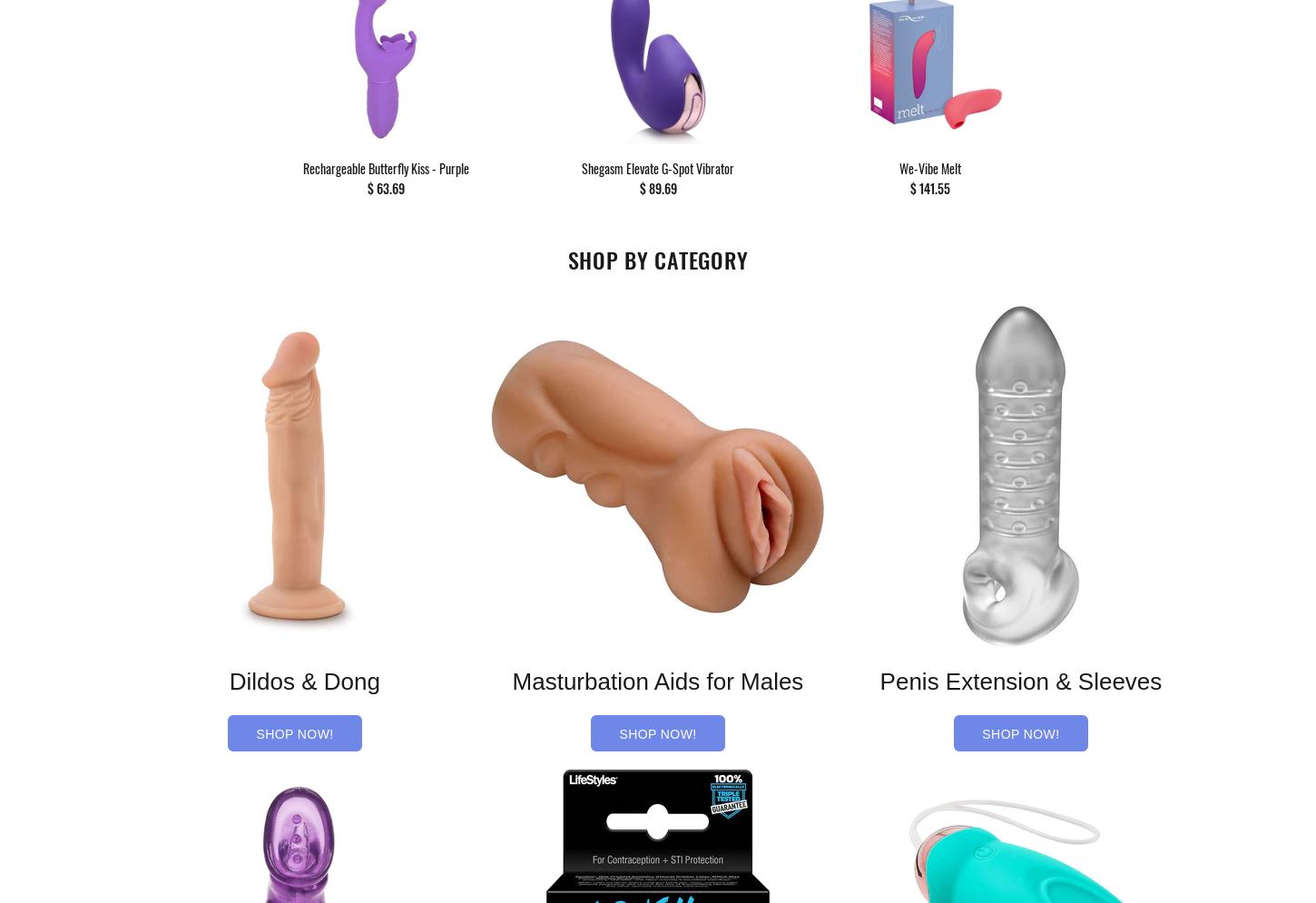 This screenshot has height=903, width=1316. Describe the element at coordinates (656, 681) in the screenshot. I see `'Masturbation Aids for Males'` at that location.